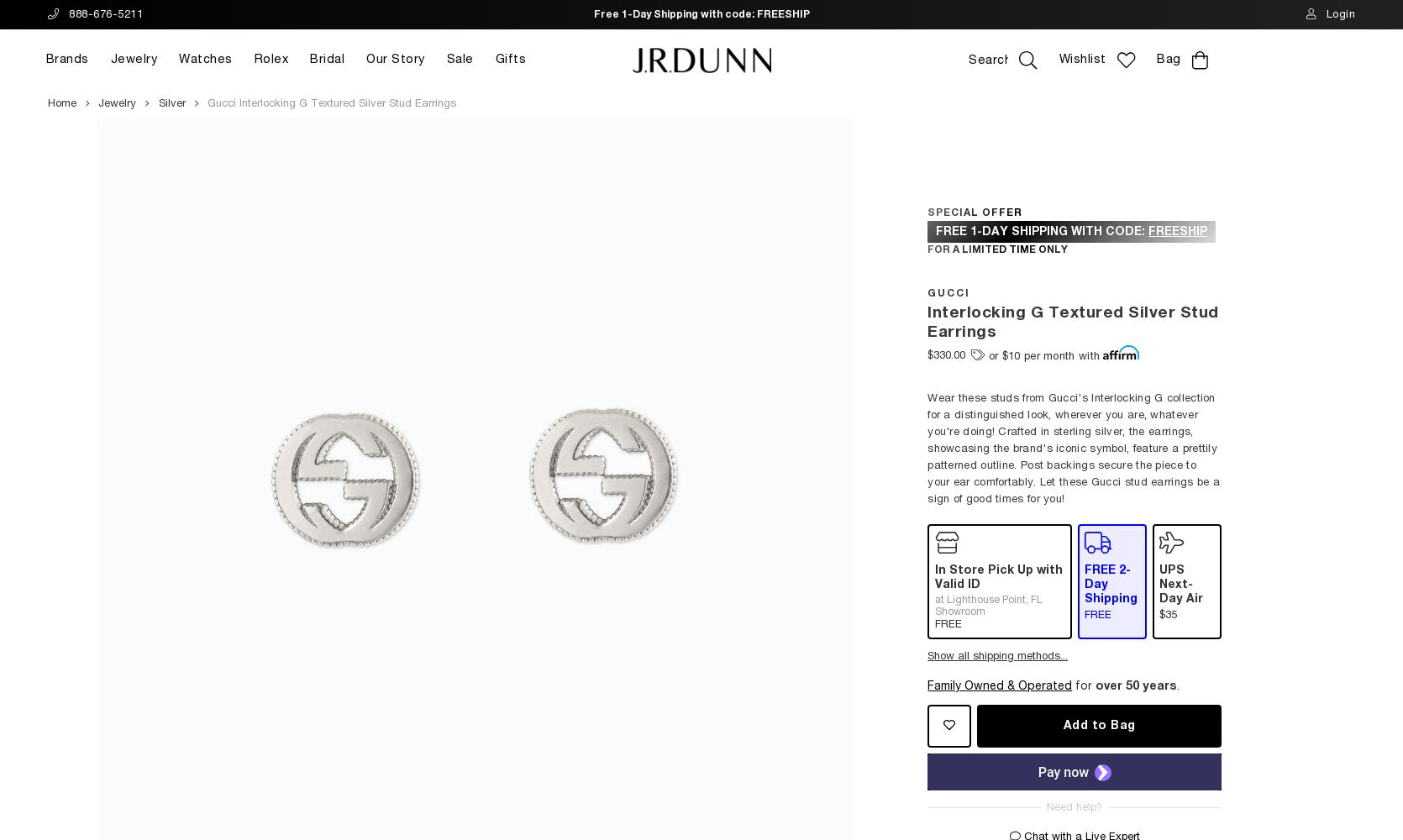 The width and height of the screenshot is (1403, 840). What do you see at coordinates (933, 576) in the screenshot?
I see `'In Store Pick Up with Valid ID'` at bounding box center [933, 576].